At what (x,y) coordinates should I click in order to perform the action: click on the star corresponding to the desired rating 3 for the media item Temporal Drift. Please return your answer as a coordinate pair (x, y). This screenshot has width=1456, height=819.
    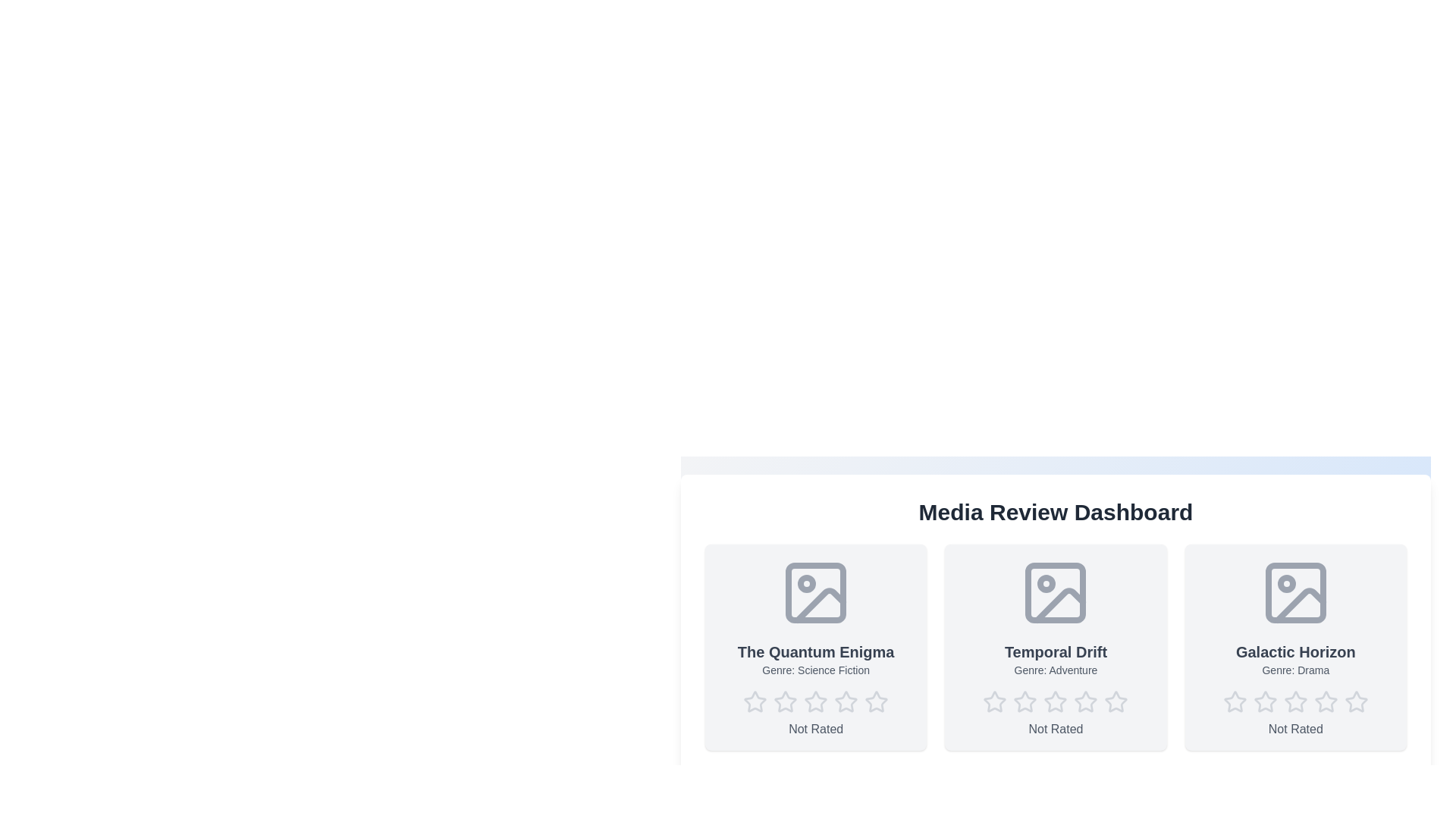
    Looking at the image, I should click on (1055, 701).